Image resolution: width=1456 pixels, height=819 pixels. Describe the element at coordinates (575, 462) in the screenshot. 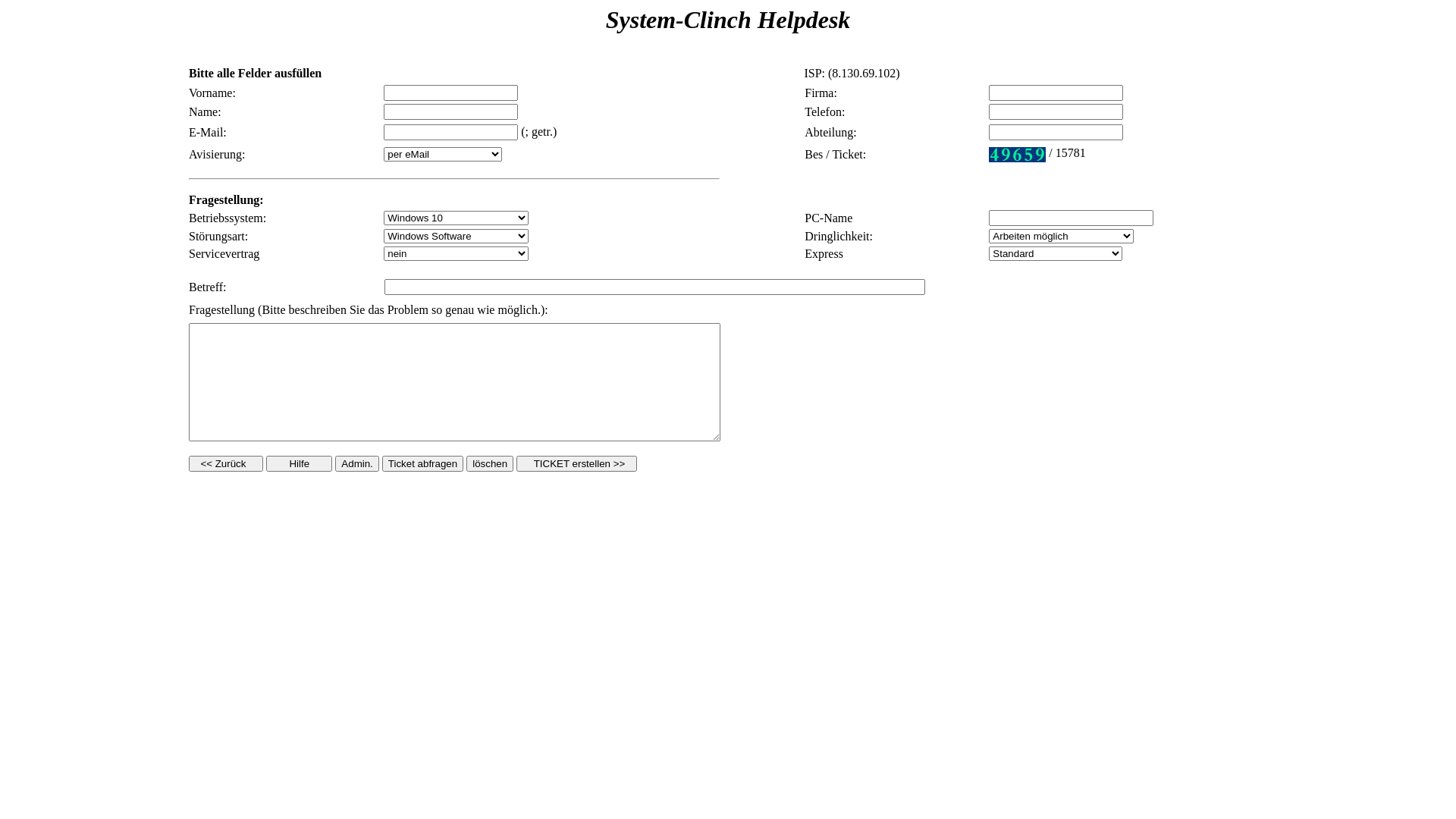

I see `'    TICKET erstellen >>  '` at that location.